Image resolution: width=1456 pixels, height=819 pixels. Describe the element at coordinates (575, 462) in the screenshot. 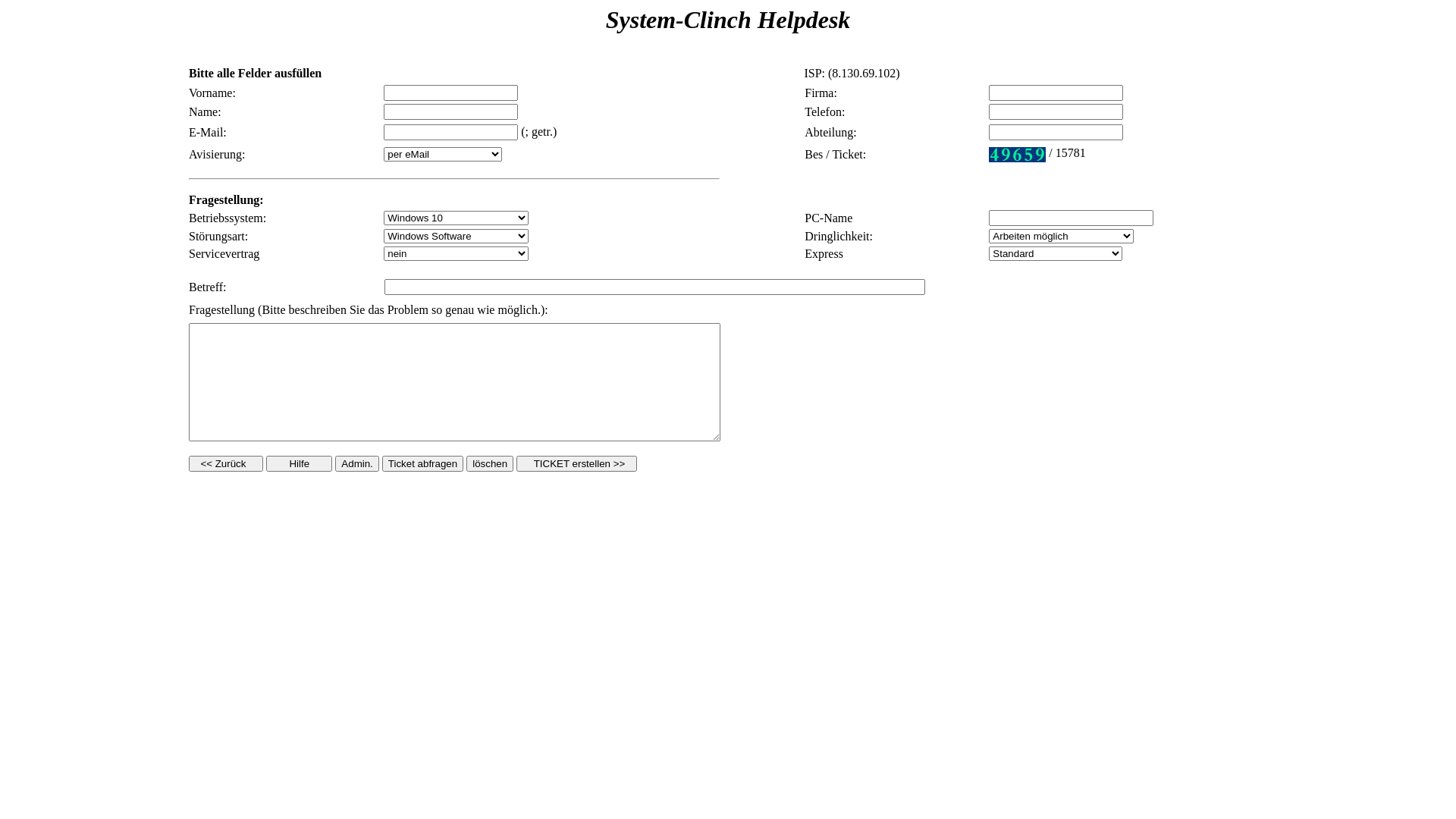

I see `'    TICKET erstellen >>  '` at that location.